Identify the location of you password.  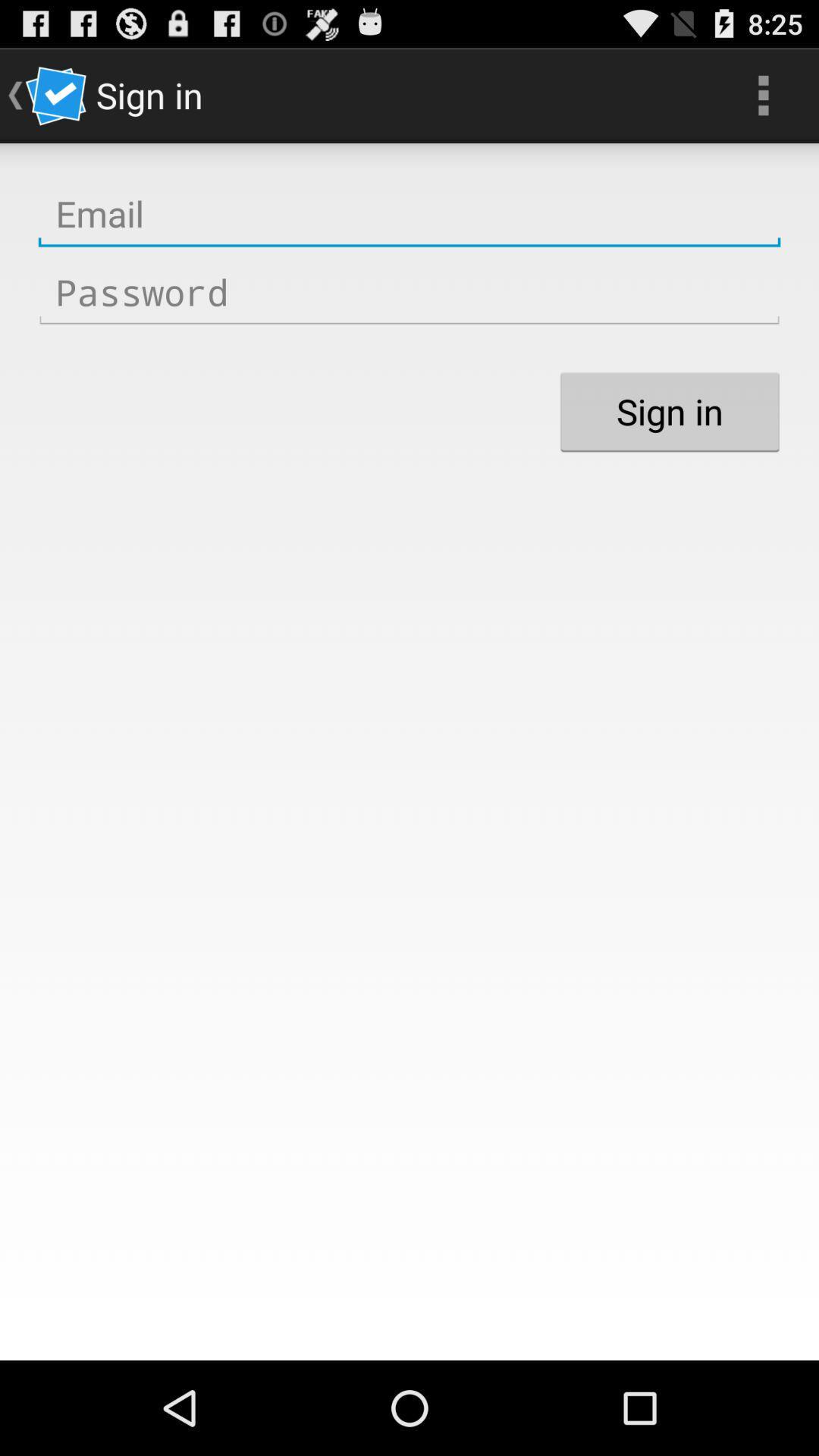
(409, 293).